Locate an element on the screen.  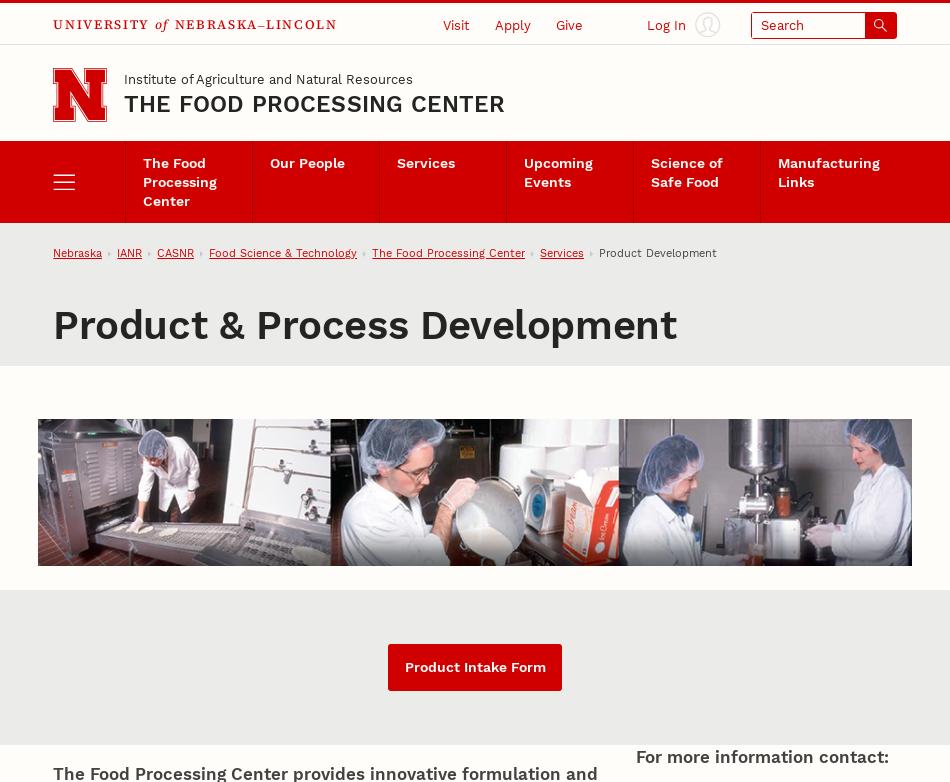
'Suite Spot' is located at coordinates (173, 146).